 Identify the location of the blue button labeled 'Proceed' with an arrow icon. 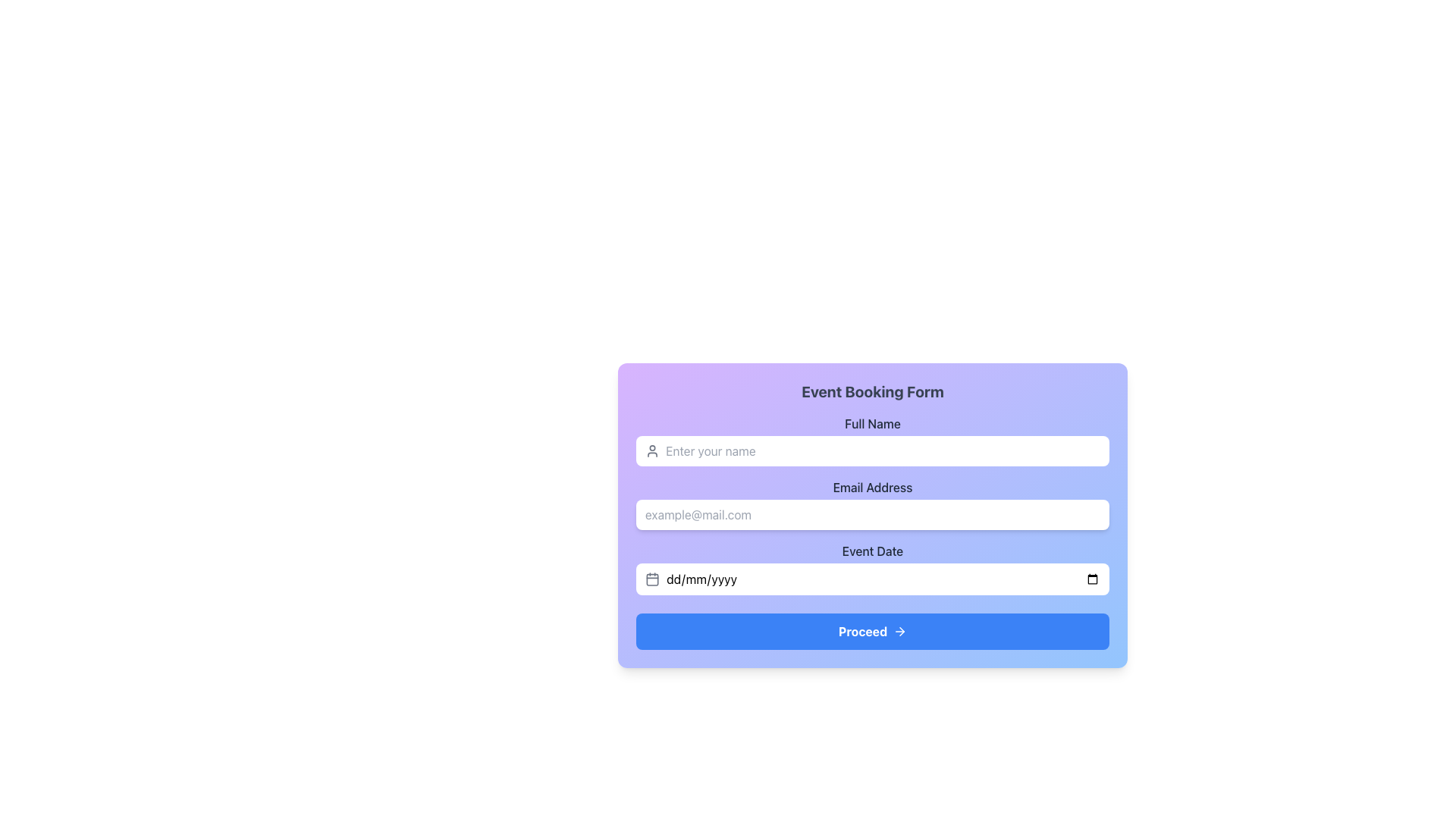
(873, 632).